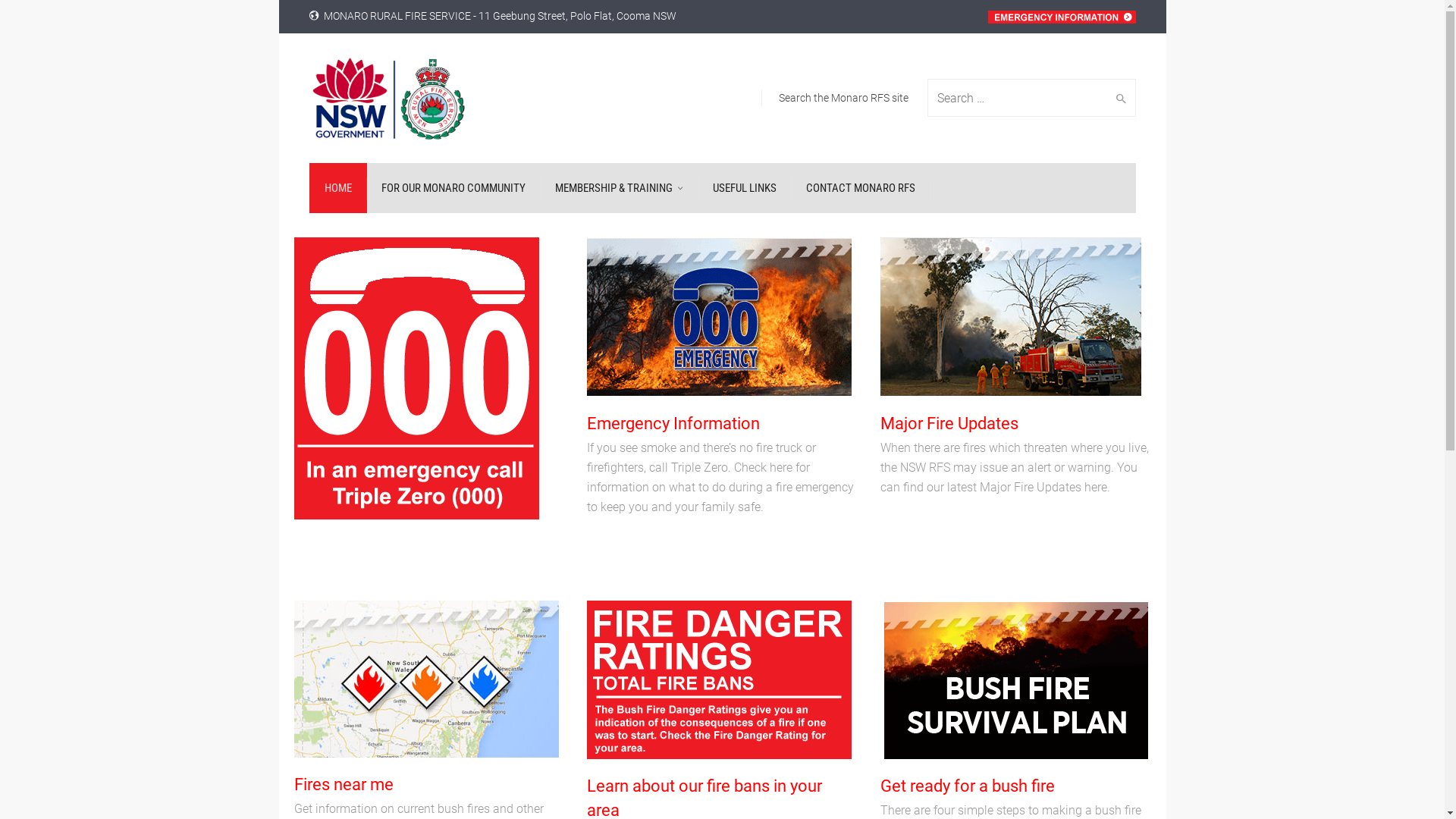 The height and width of the screenshot is (819, 1456). What do you see at coordinates (718, 315) in the screenshot?
I see `'Emergency_contentbox'` at bounding box center [718, 315].